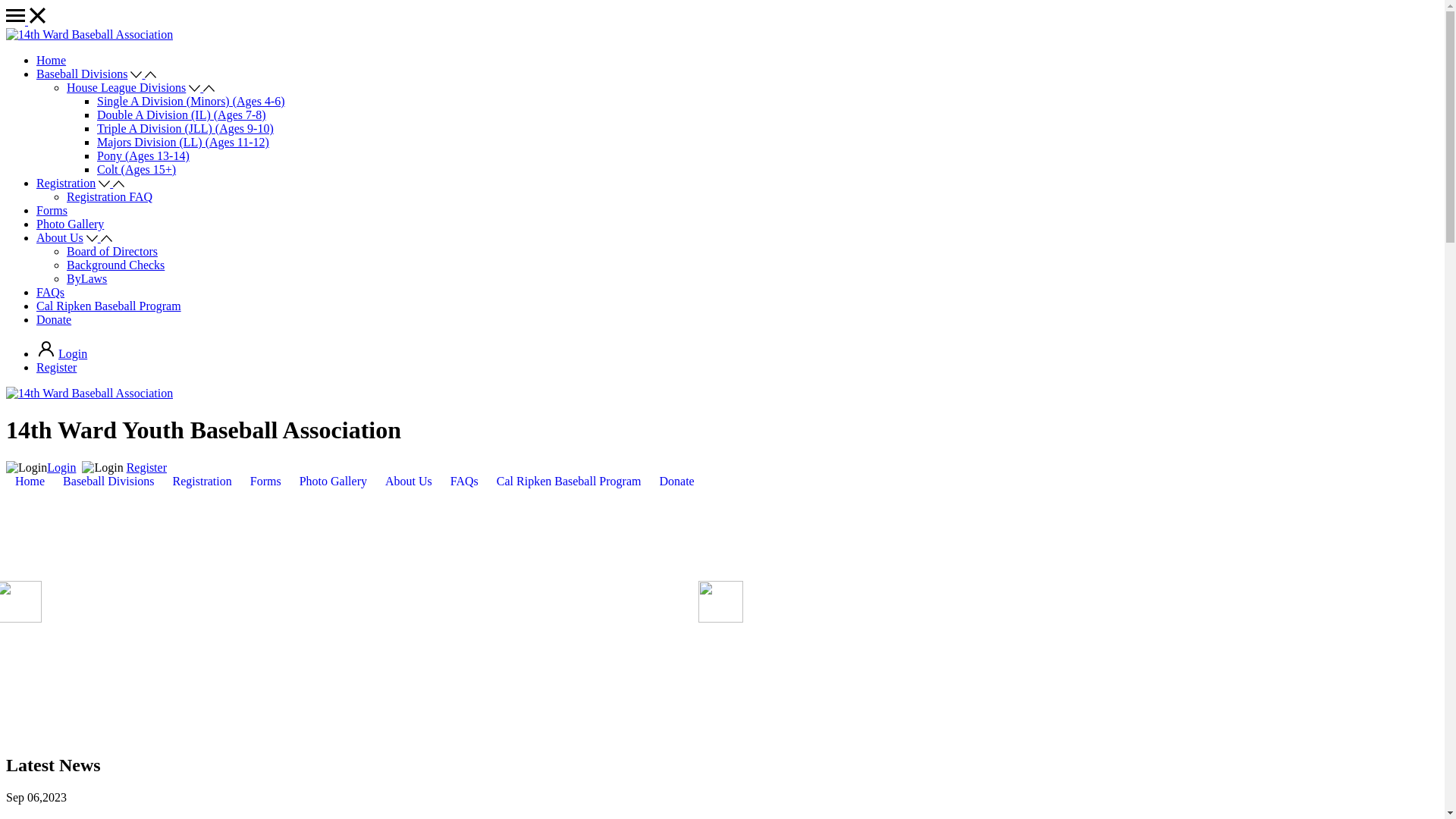  Describe the element at coordinates (50, 292) in the screenshot. I see `'FAQs'` at that location.